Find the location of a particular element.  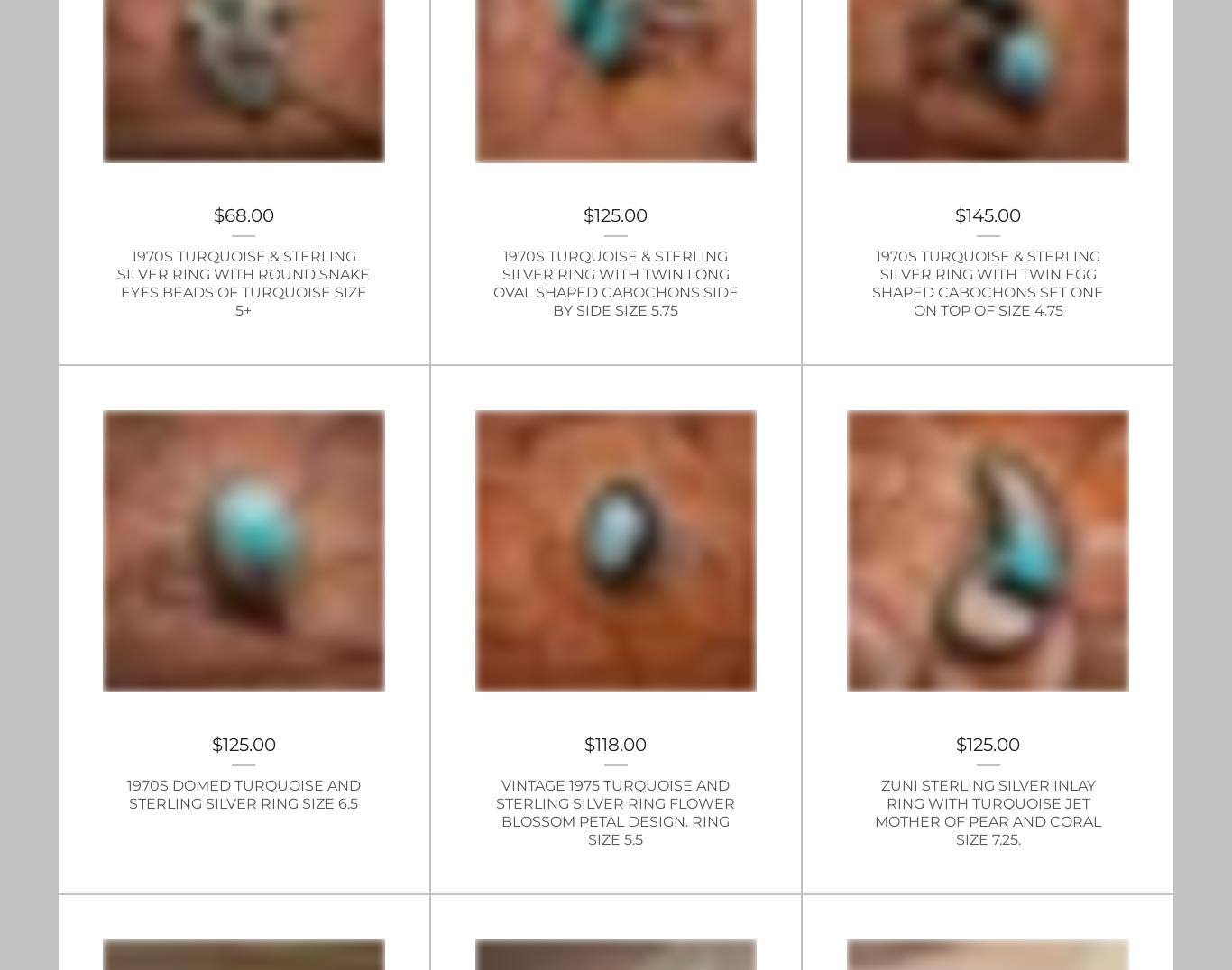

'1970s Turquoise & Sterling Silver Ring with twin egg shaped cabochons set one on top of  Size 4.75' is located at coordinates (987, 282).